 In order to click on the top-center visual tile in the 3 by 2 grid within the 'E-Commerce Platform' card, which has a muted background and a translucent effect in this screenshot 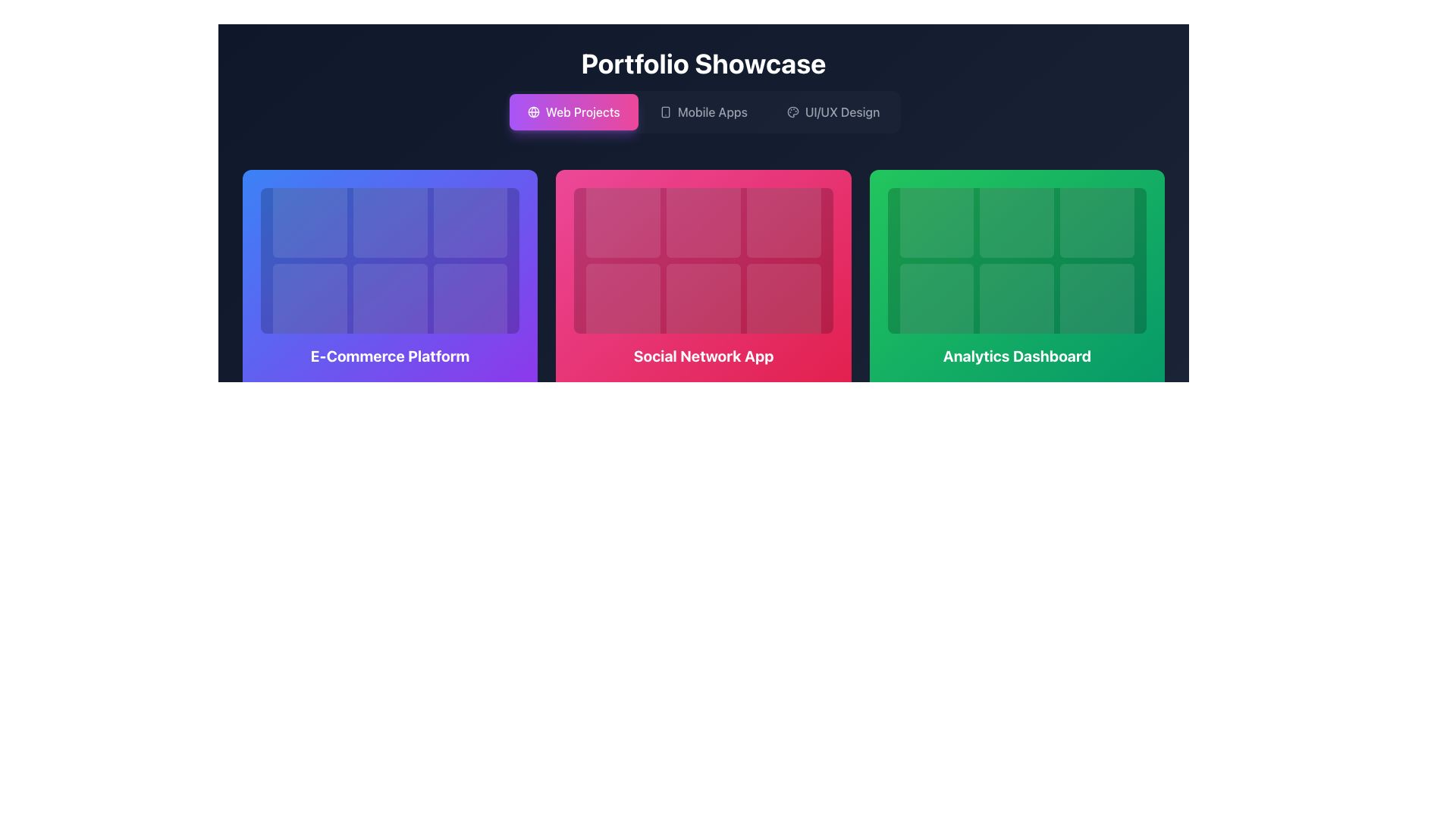, I will do `click(469, 221)`.